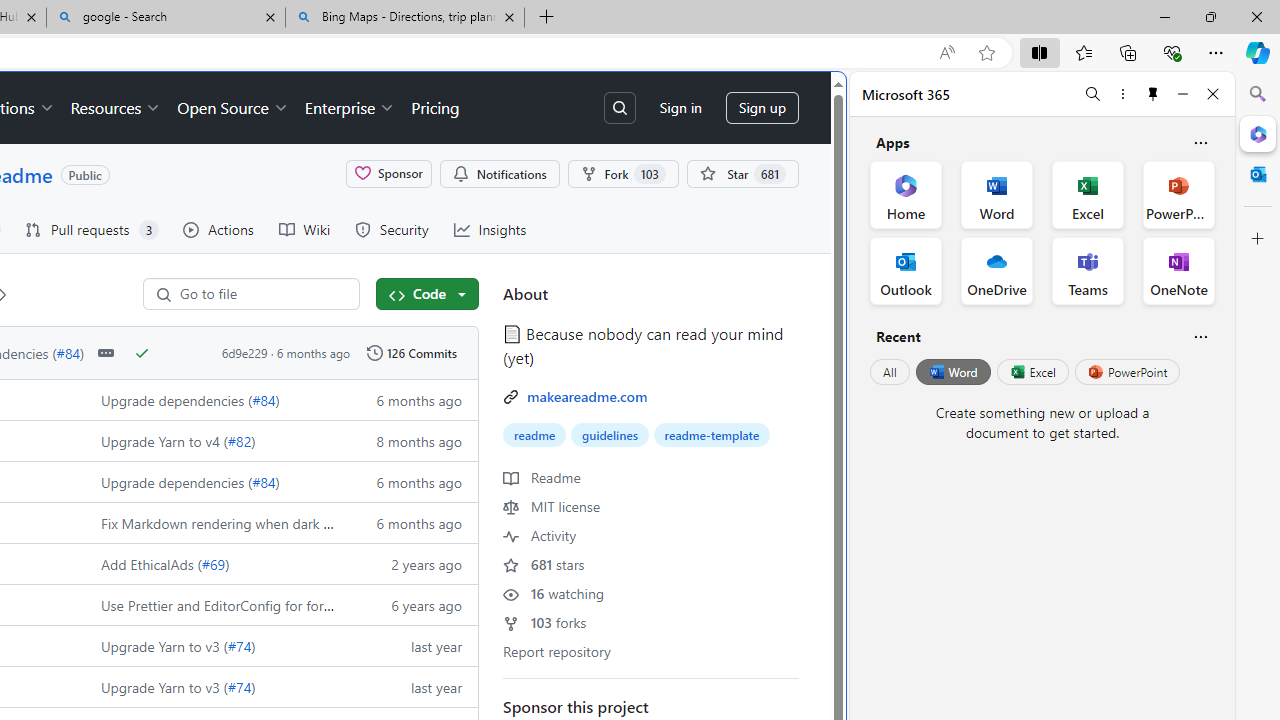 The height and width of the screenshot is (720, 1280). What do you see at coordinates (889, 372) in the screenshot?
I see `'All'` at bounding box center [889, 372].